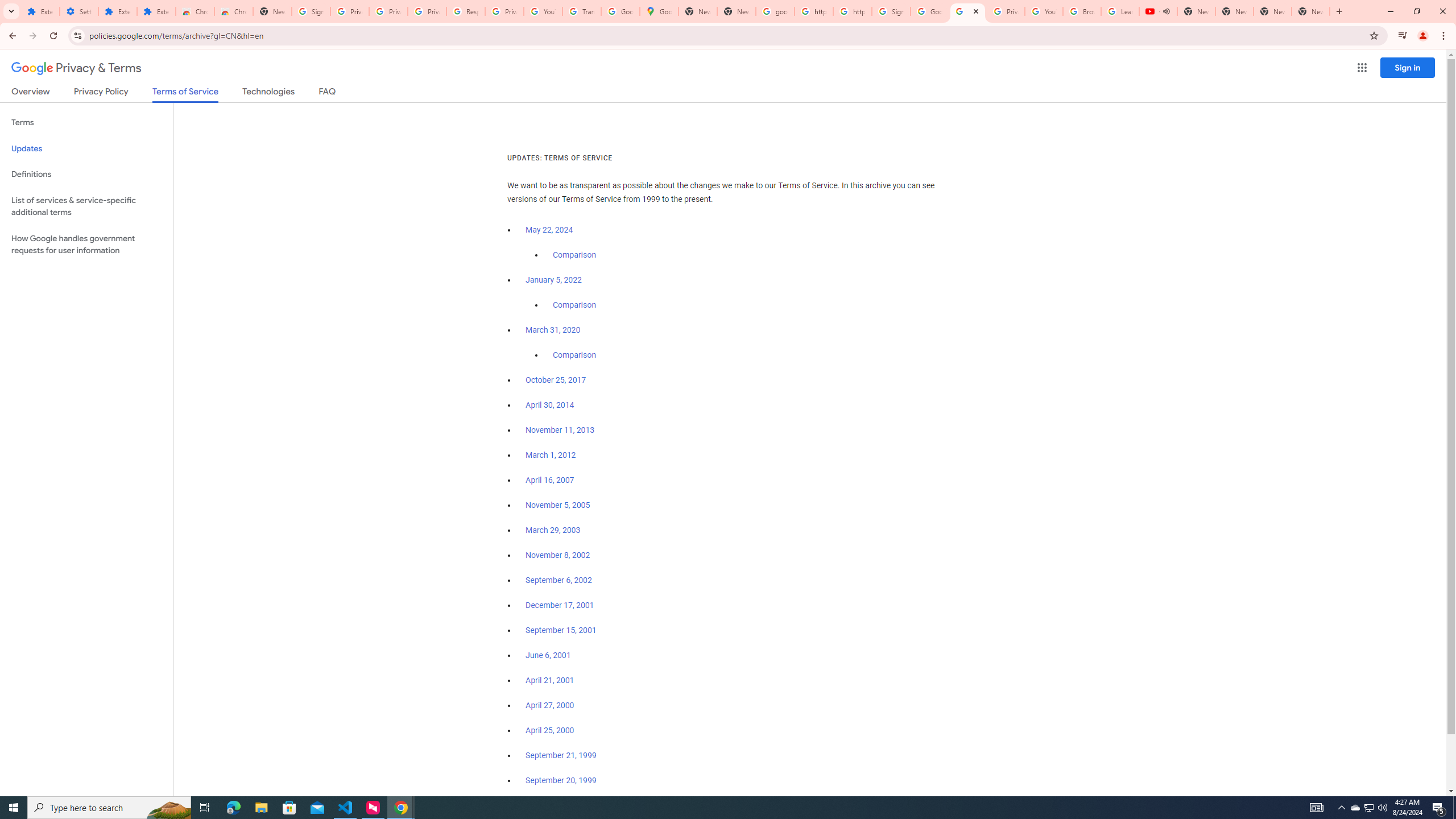  I want to click on 'YouTube', so click(1043, 11).